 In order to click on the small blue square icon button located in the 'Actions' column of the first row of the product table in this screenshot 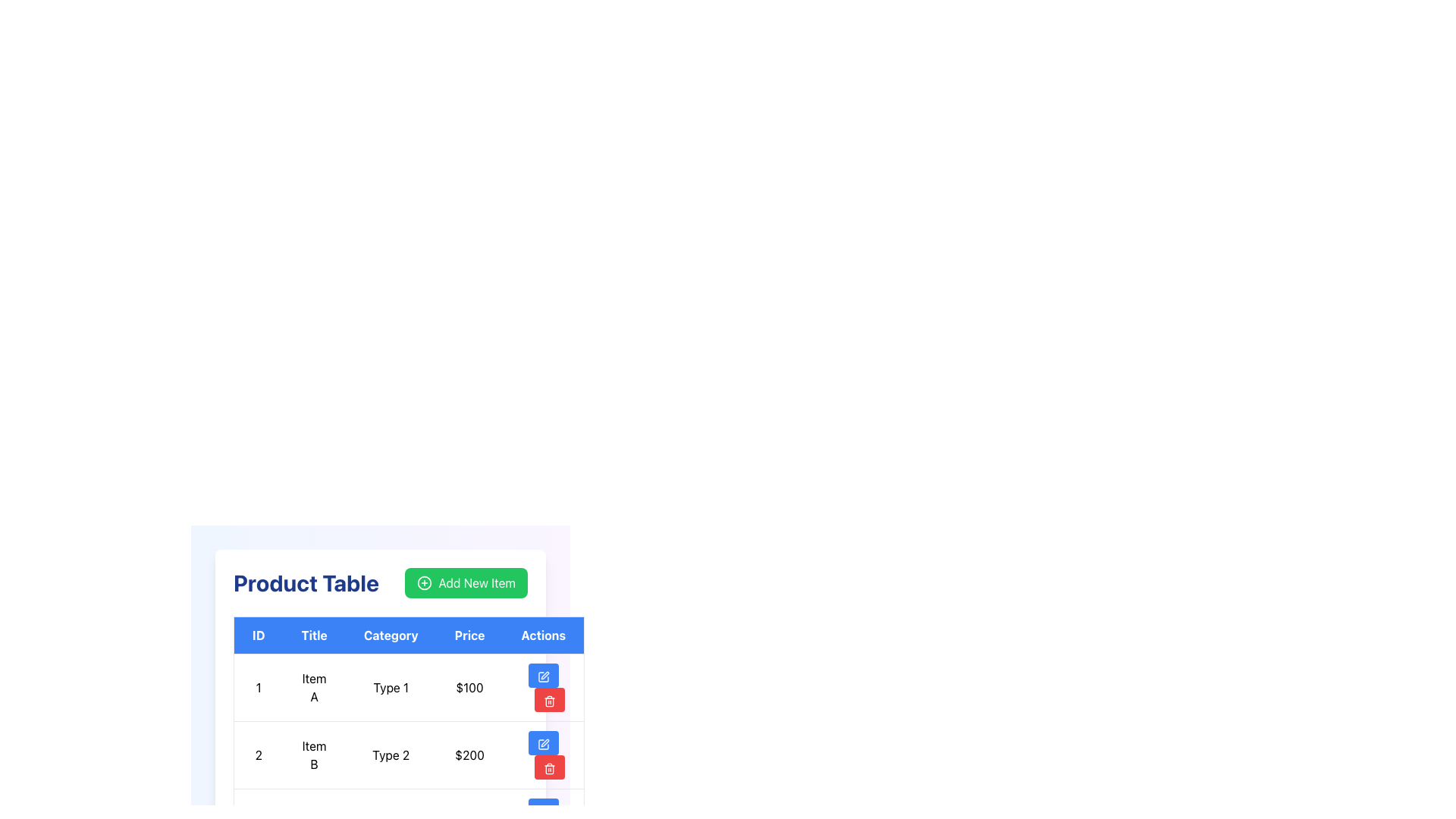, I will do `click(543, 676)`.